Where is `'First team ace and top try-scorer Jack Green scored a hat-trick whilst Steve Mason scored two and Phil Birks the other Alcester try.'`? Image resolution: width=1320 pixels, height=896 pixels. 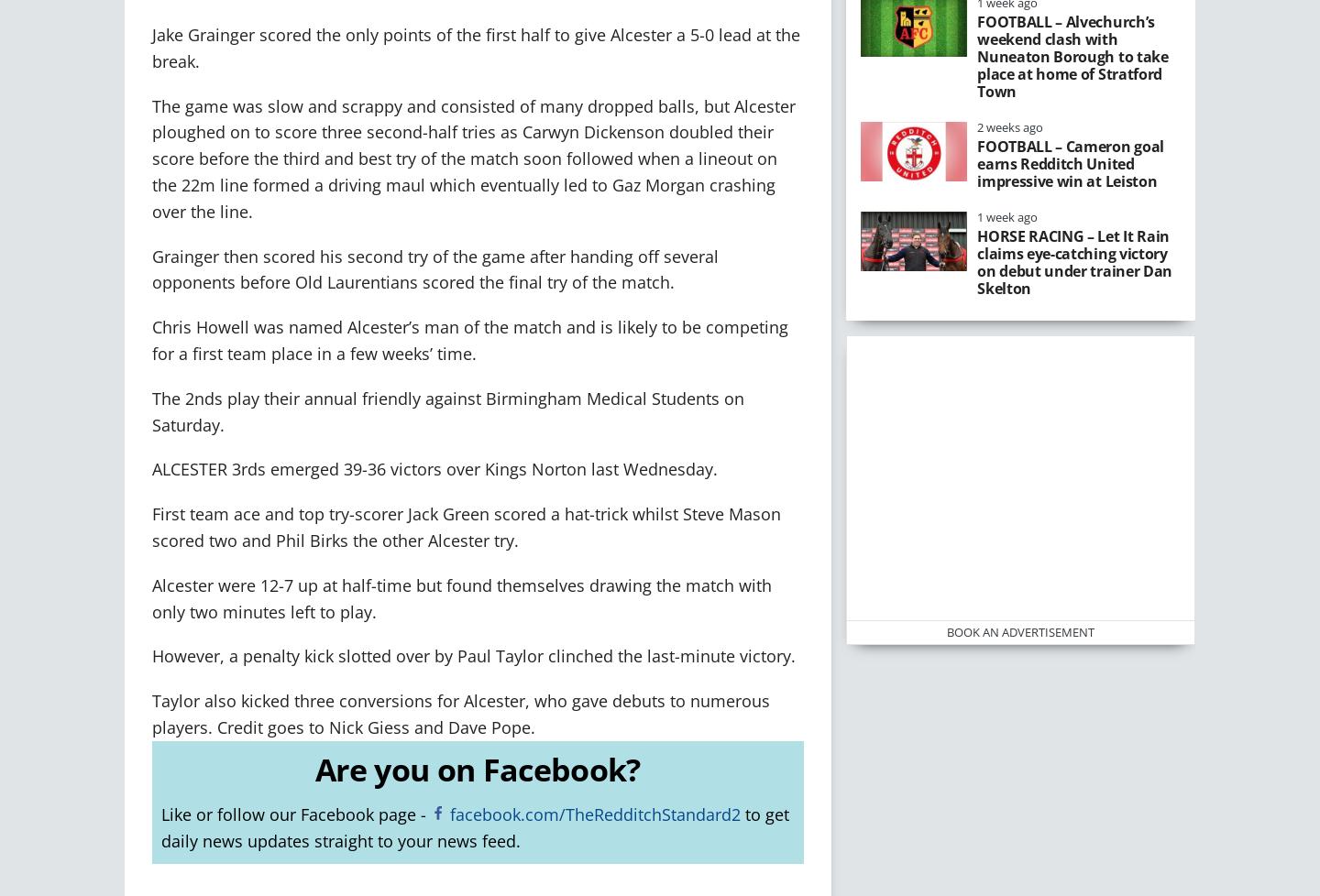 'First team ace and top try-scorer Jack Green scored a hat-trick whilst Steve Mason scored two and Phil Birks the other Alcester try.' is located at coordinates (466, 527).